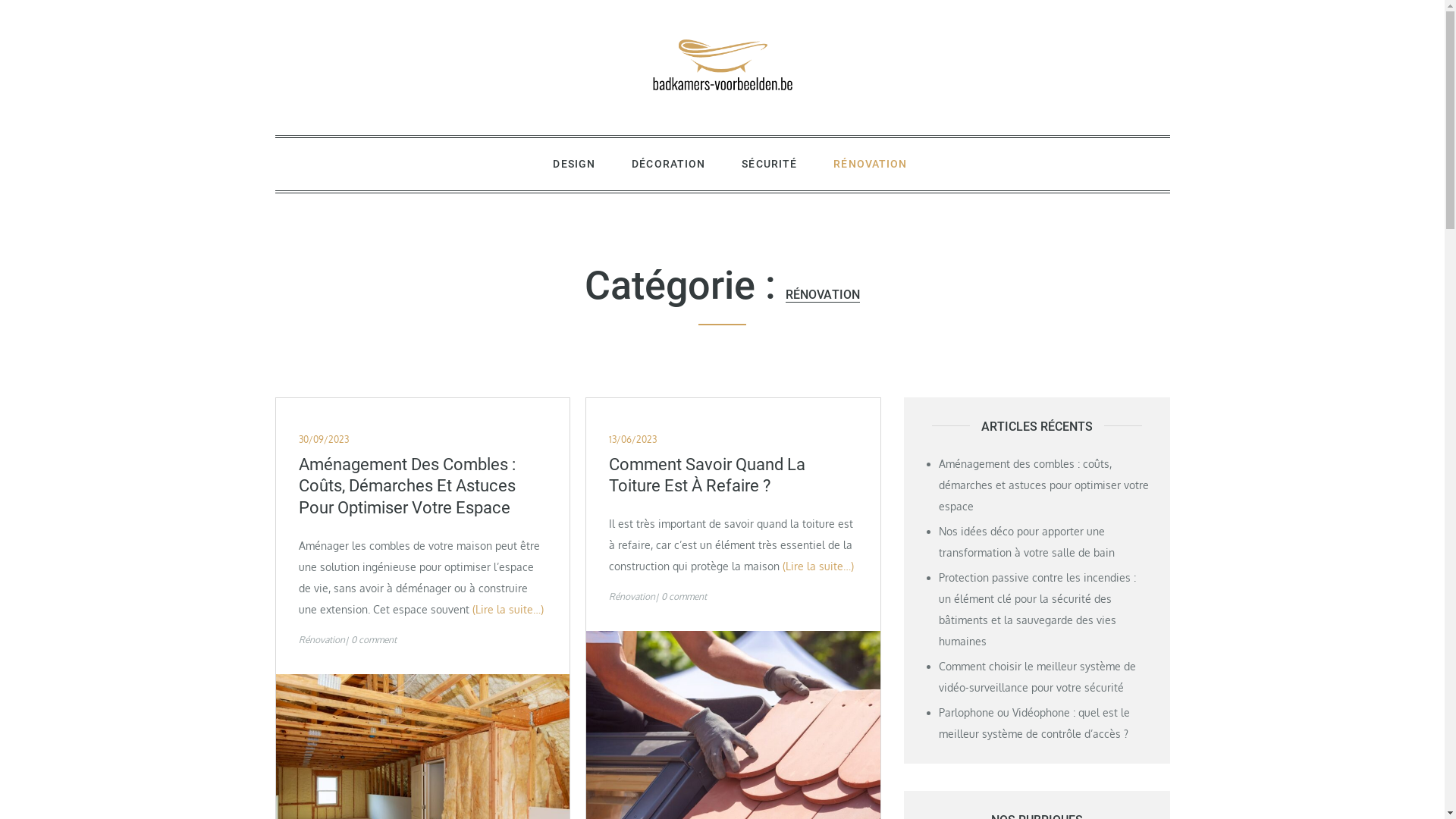  What do you see at coordinates (632, 439) in the screenshot?
I see `'13/06/2023'` at bounding box center [632, 439].